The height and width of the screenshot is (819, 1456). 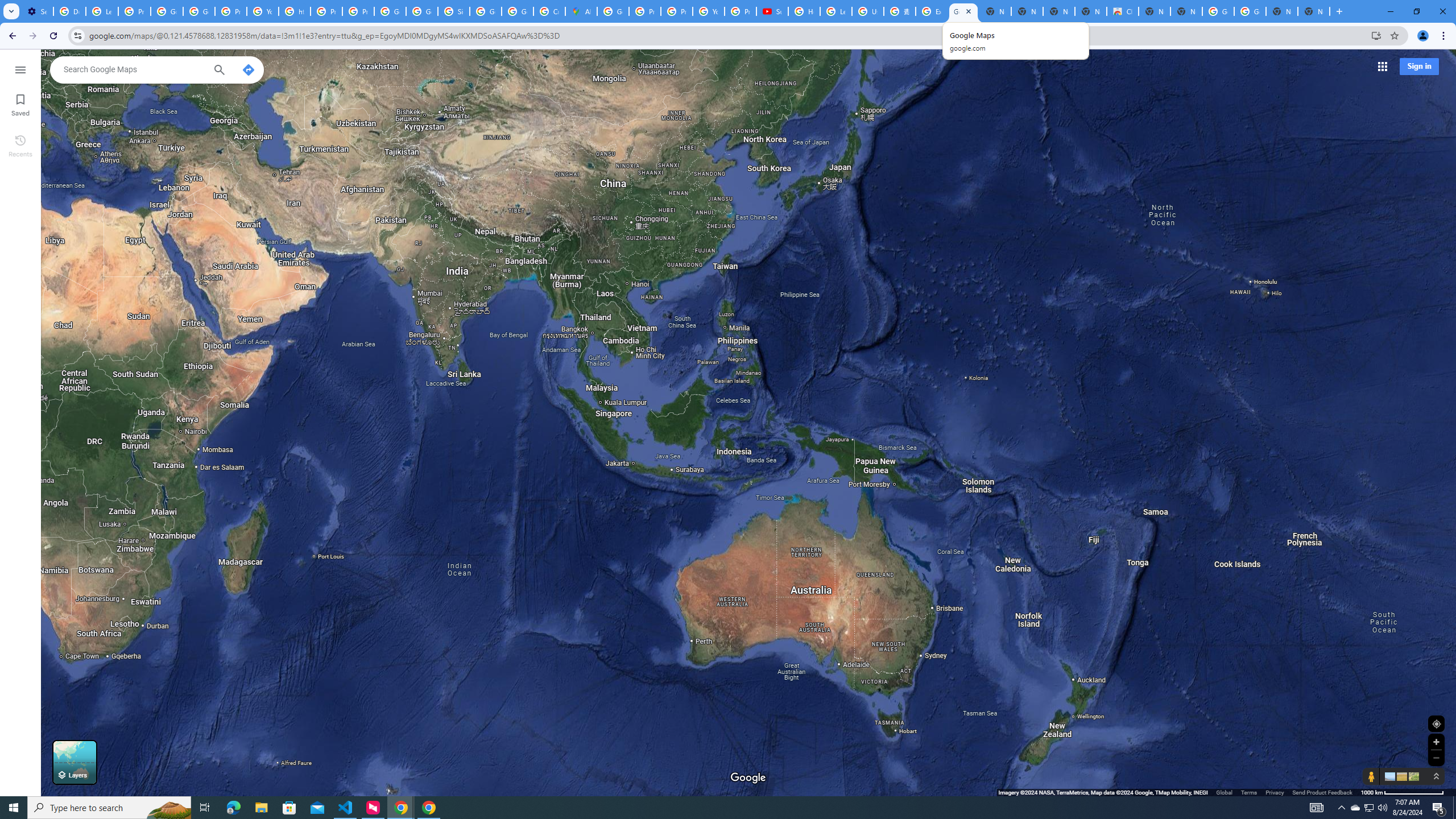 What do you see at coordinates (772, 11) in the screenshot?
I see `'Subscriptions - YouTube'` at bounding box center [772, 11].